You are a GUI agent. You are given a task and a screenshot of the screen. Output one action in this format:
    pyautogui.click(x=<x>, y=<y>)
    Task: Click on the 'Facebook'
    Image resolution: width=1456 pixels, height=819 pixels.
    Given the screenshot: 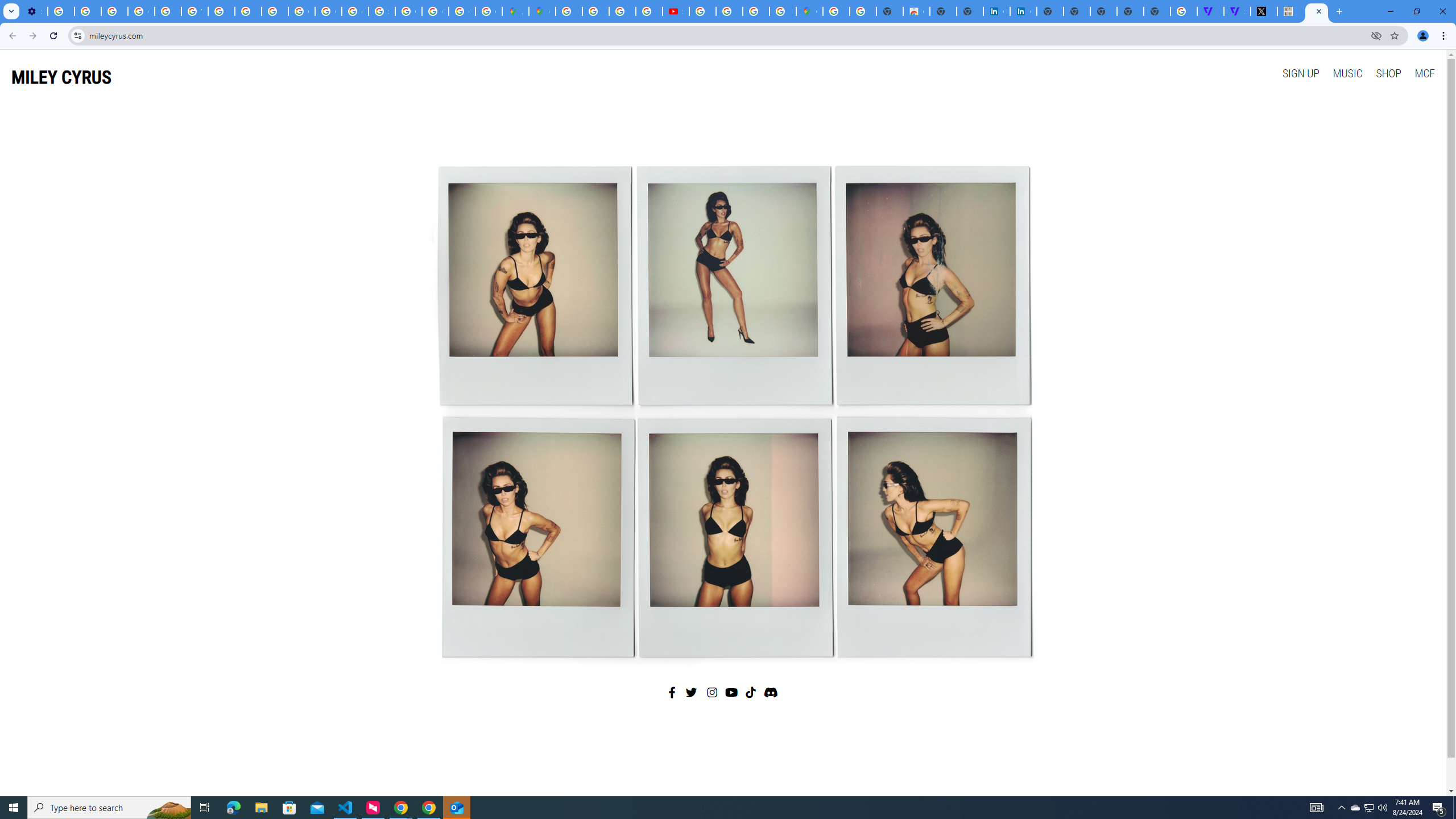 What is the action you would take?
    pyautogui.click(x=672, y=692)
    